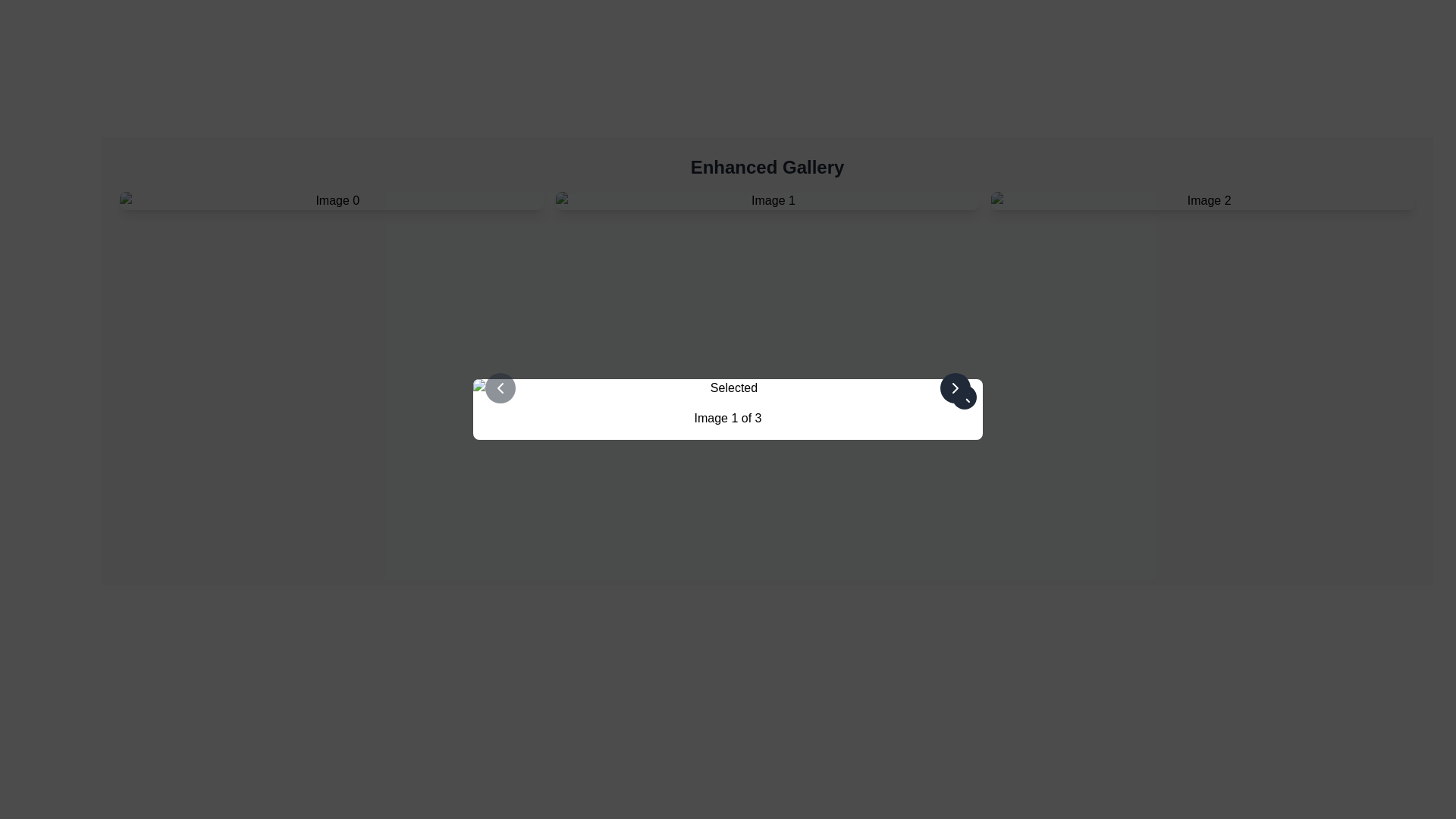  I want to click on the center of the second image card in the gallery, so click(767, 200).